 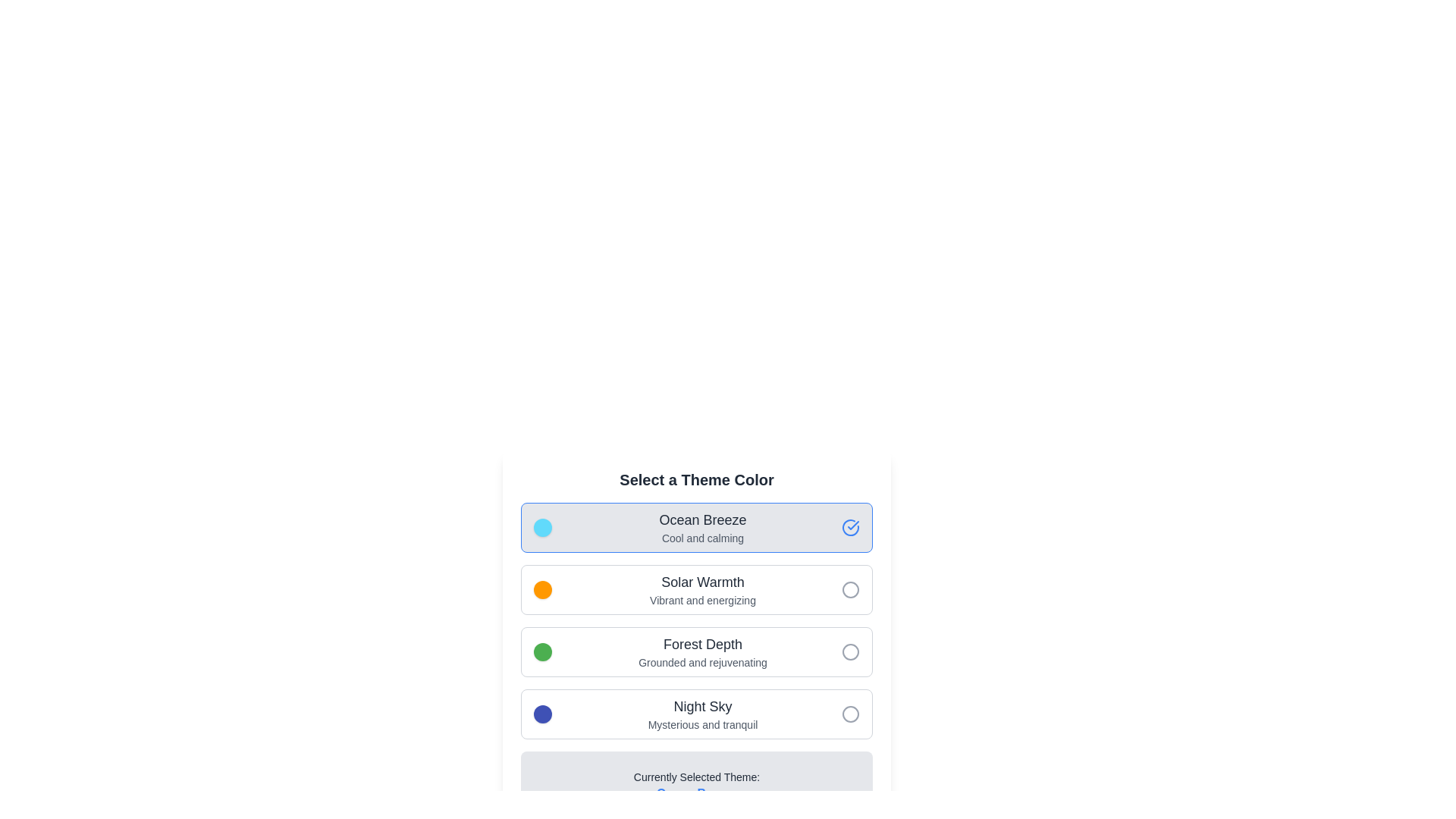 I want to click on the 'Ocean Breeze' theme indicator icon located to the right of the text to confirm the selection, so click(x=851, y=526).